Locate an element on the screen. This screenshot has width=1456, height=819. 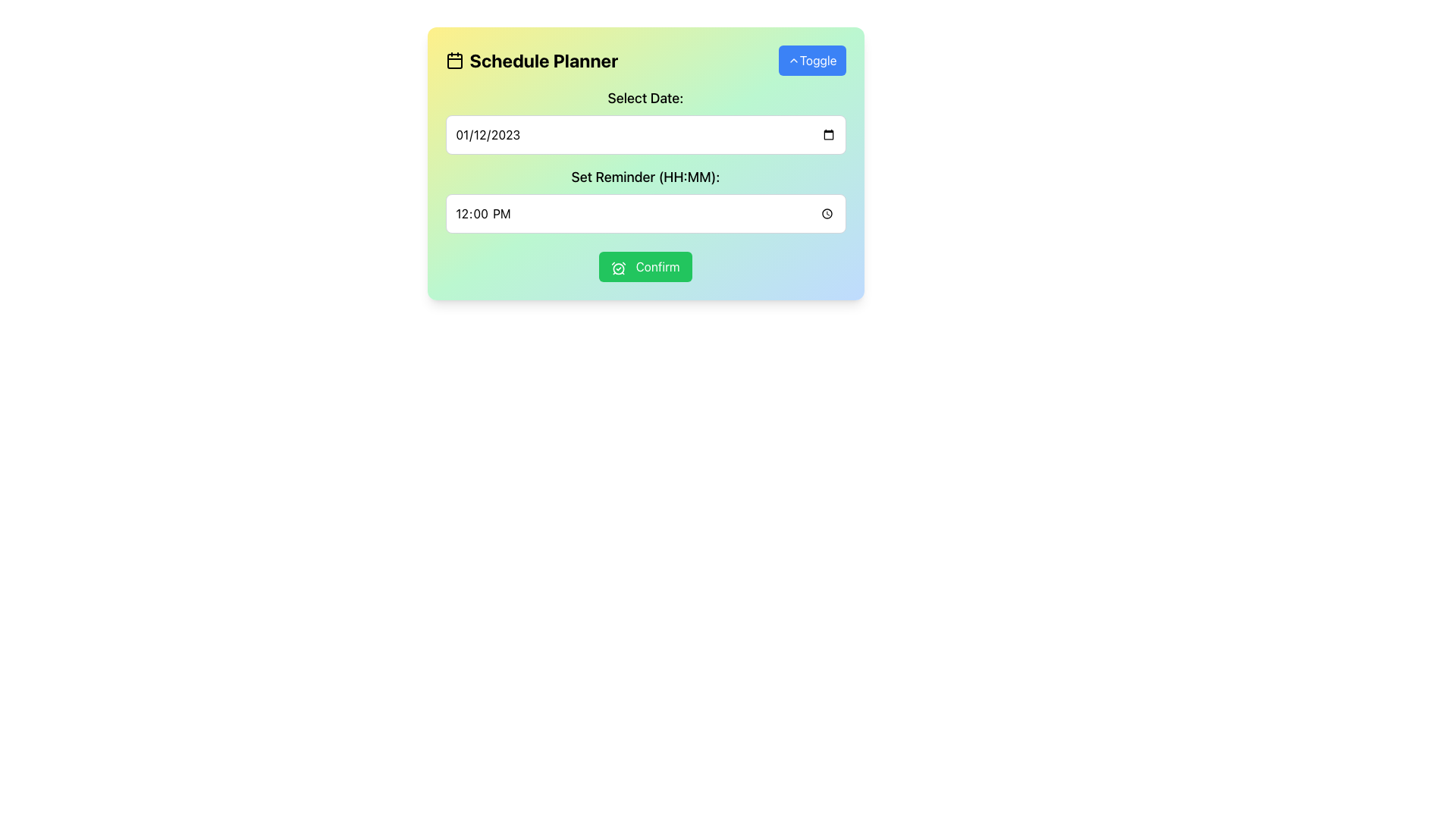
the confirmation button located centrally below the form inputs for date and time is located at coordinates (645, 265).